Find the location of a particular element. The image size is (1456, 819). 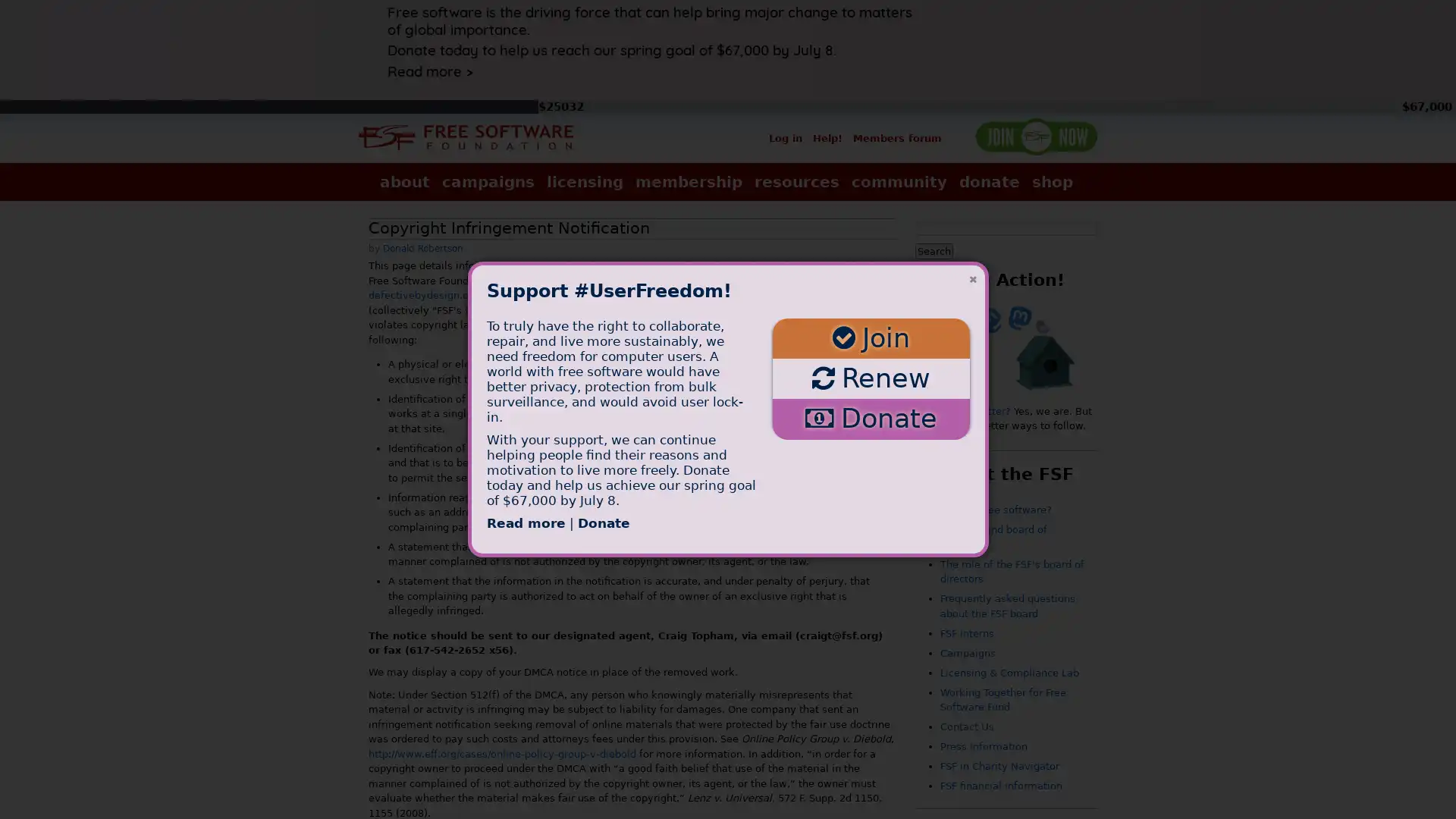

Search is located at coordinates (934, 249).